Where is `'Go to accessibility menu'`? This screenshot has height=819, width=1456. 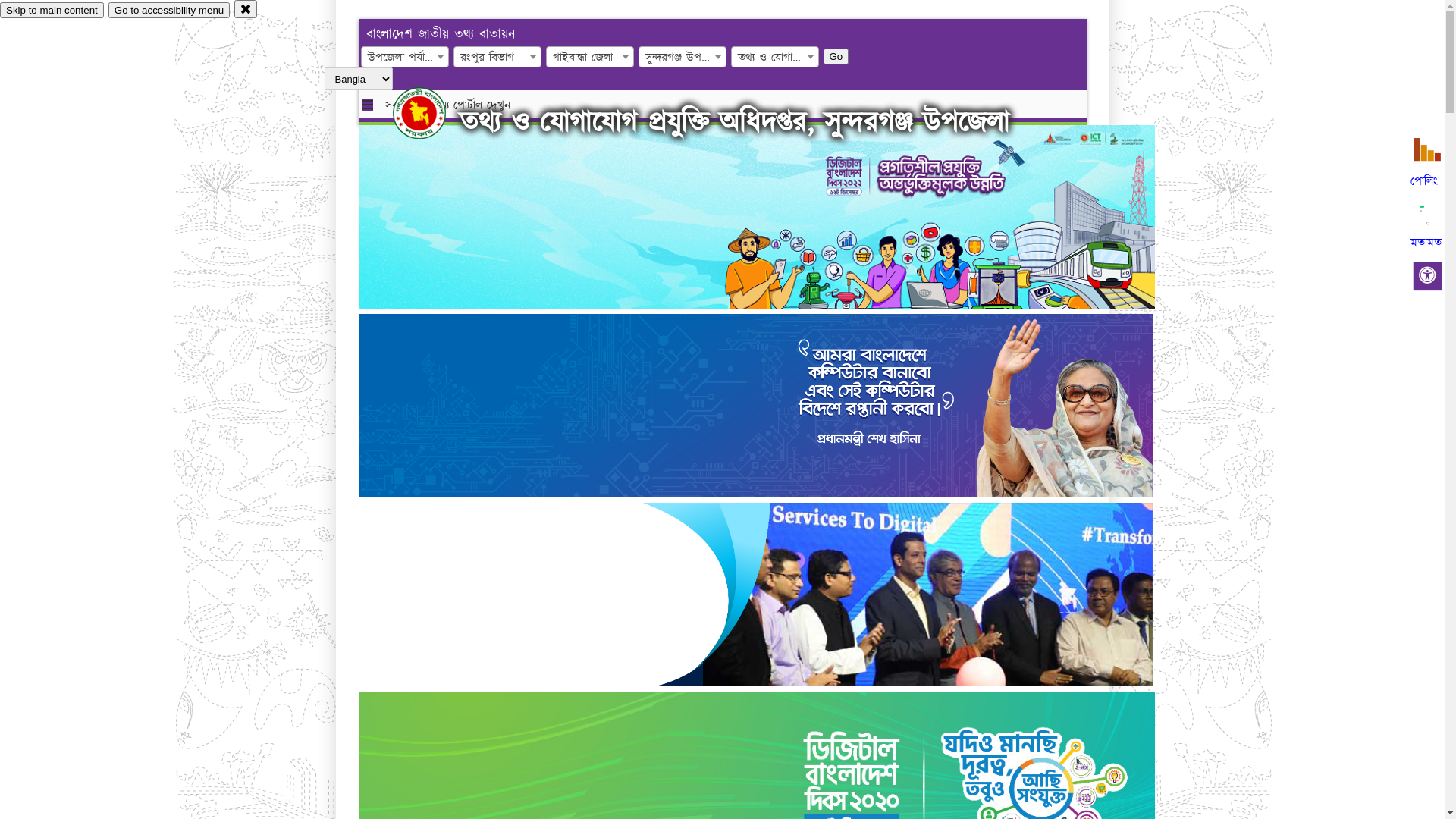 'Go to accessibility menu' is located at coordinates (168, 10).